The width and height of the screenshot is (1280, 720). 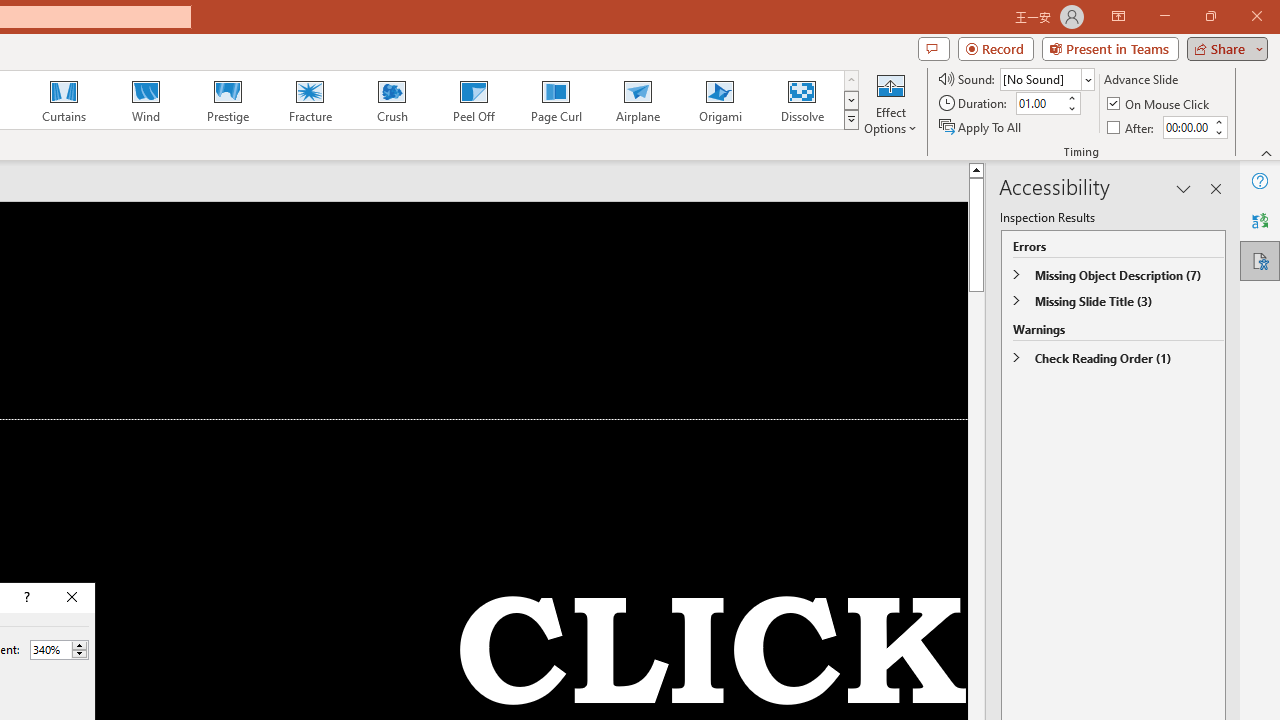 I want to click on 'Peel Off', so click(x=472, y=100).